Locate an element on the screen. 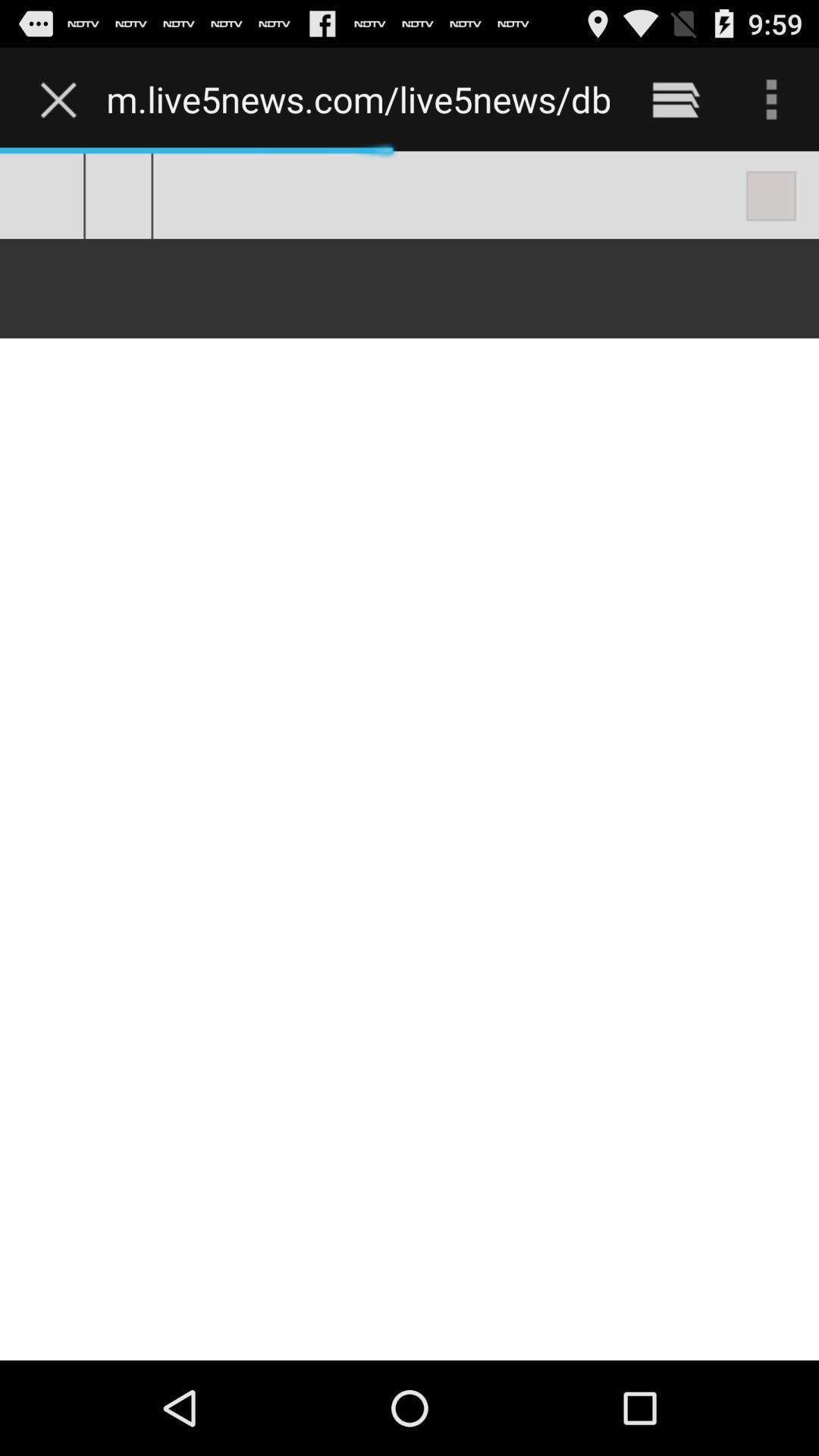 The width and height of the screenshot is (819, 1456). the icon at the center is located at coordinates (409, 755).